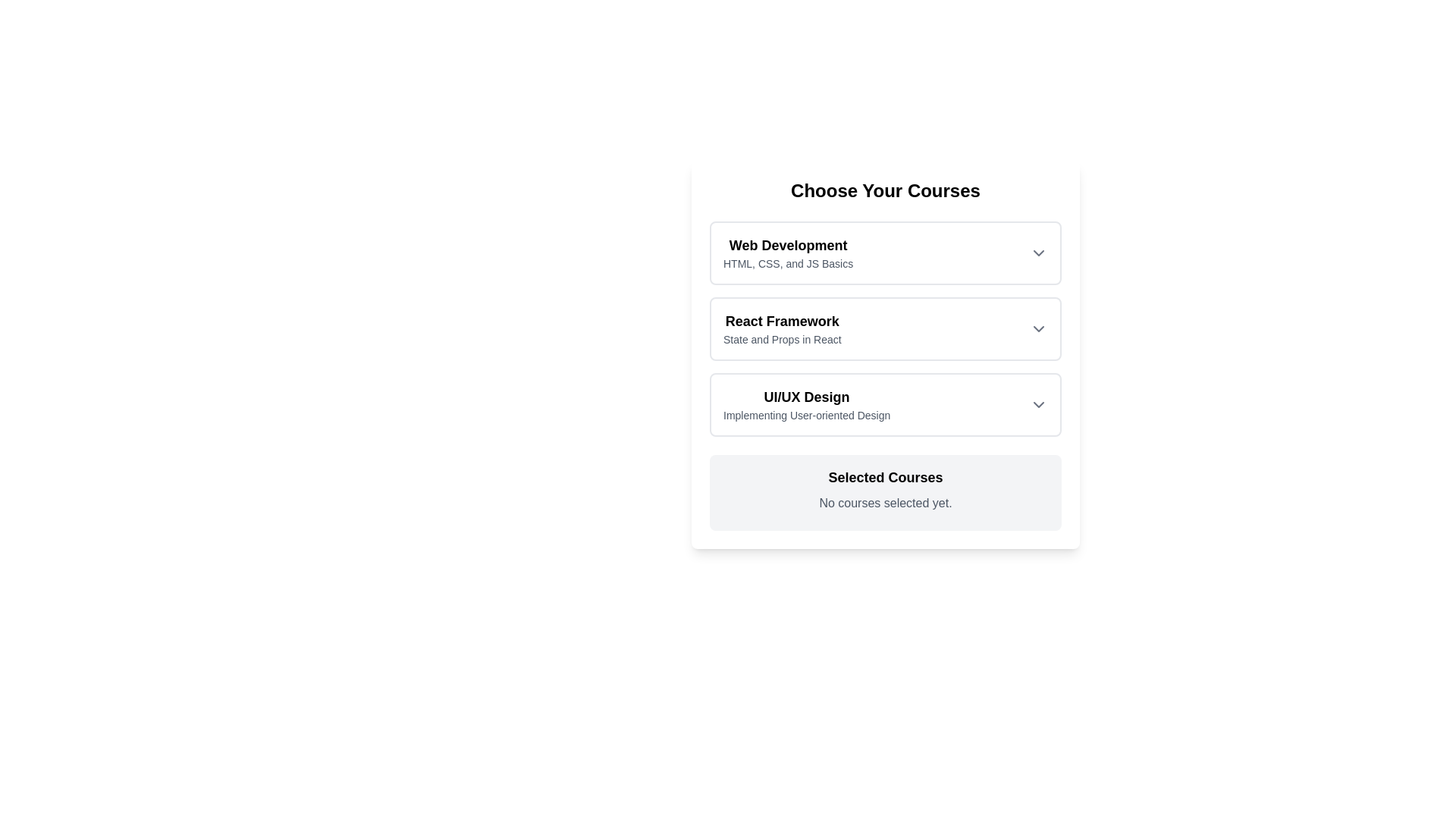 This screenshot has width=1456, height=819. What do you see at coordinates (782, 338) in the screenshot?
I see `the text label providing information about the course 'React Framework', located below the title in the second block of 'Choose Your Courses'` at bounding box center [782, 338].